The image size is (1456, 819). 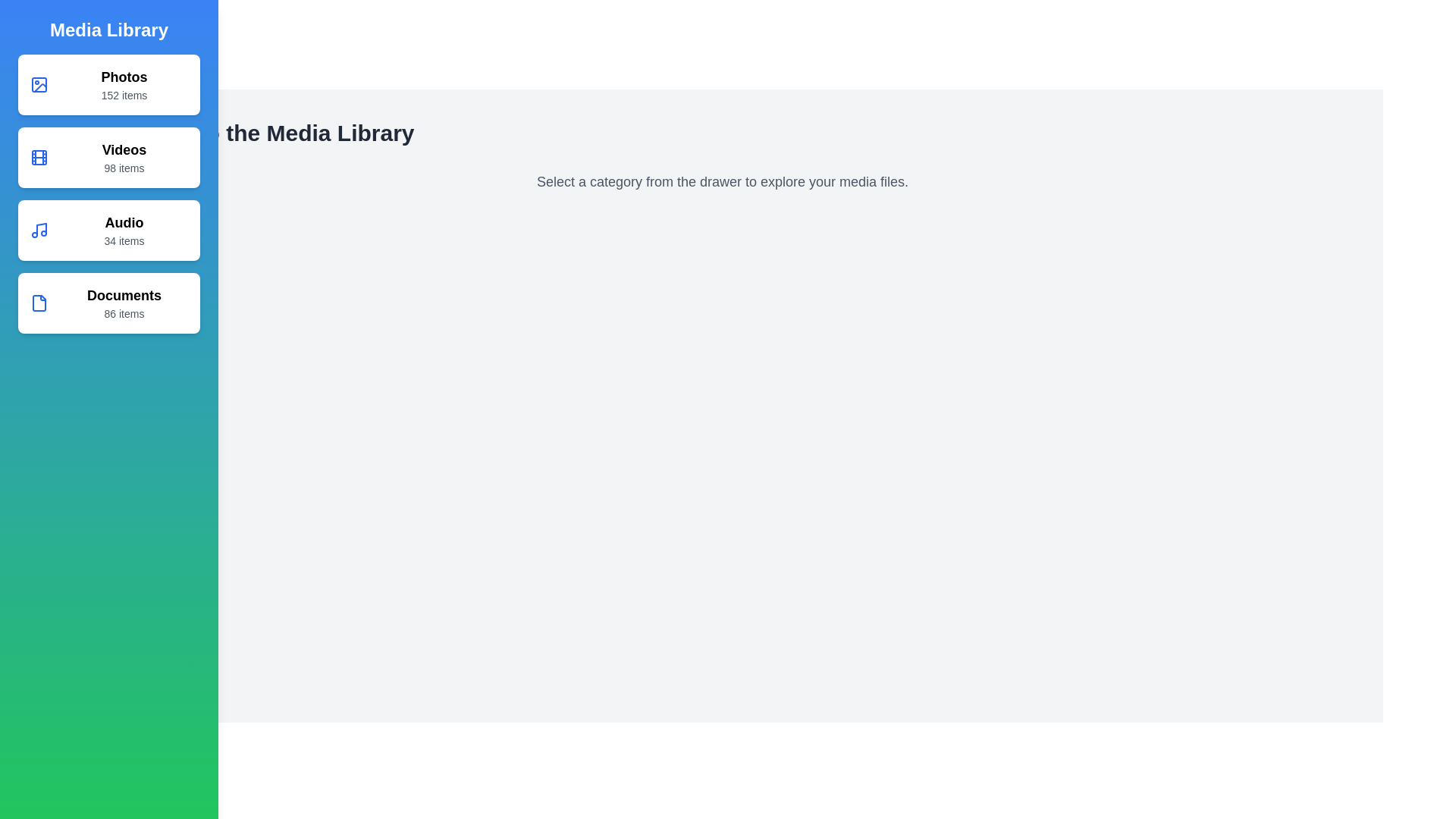 I want to click on the media category Photos from the list, so click(x=108, y=84).